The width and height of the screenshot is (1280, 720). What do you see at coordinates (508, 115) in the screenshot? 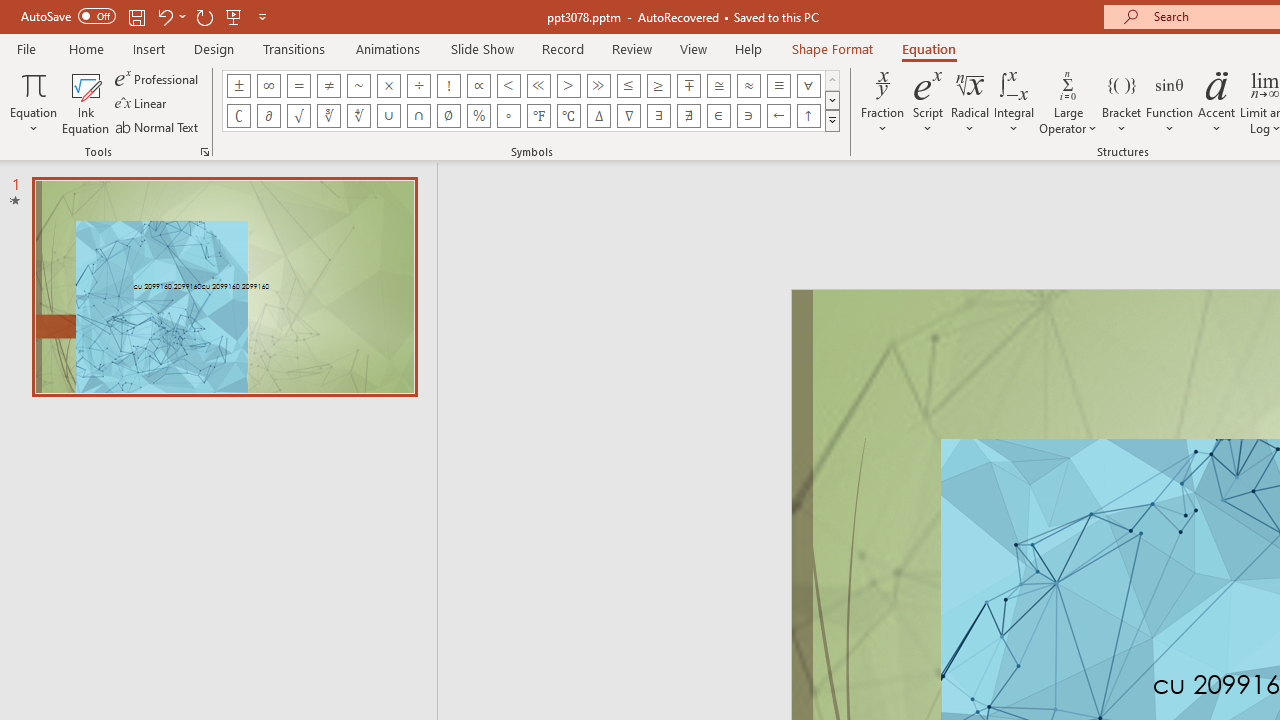
I see `'Equation Symbol Degrees'` at bounding box center [508, 115].